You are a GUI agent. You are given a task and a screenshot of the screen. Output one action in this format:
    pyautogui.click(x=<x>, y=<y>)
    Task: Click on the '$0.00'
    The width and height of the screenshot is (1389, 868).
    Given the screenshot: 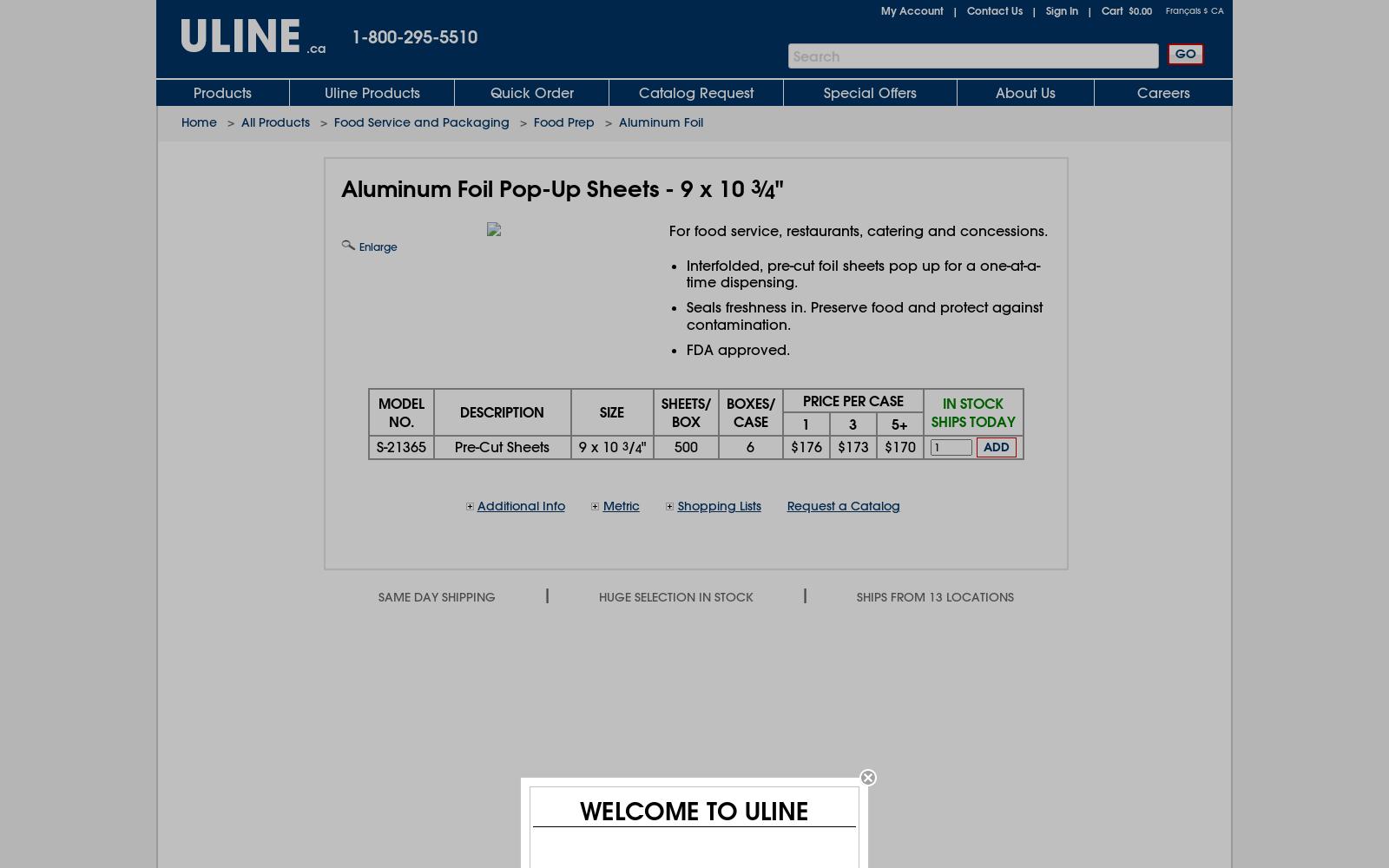 What is the action you would take?
    pyautogui.click(x=1139, y=10)
    